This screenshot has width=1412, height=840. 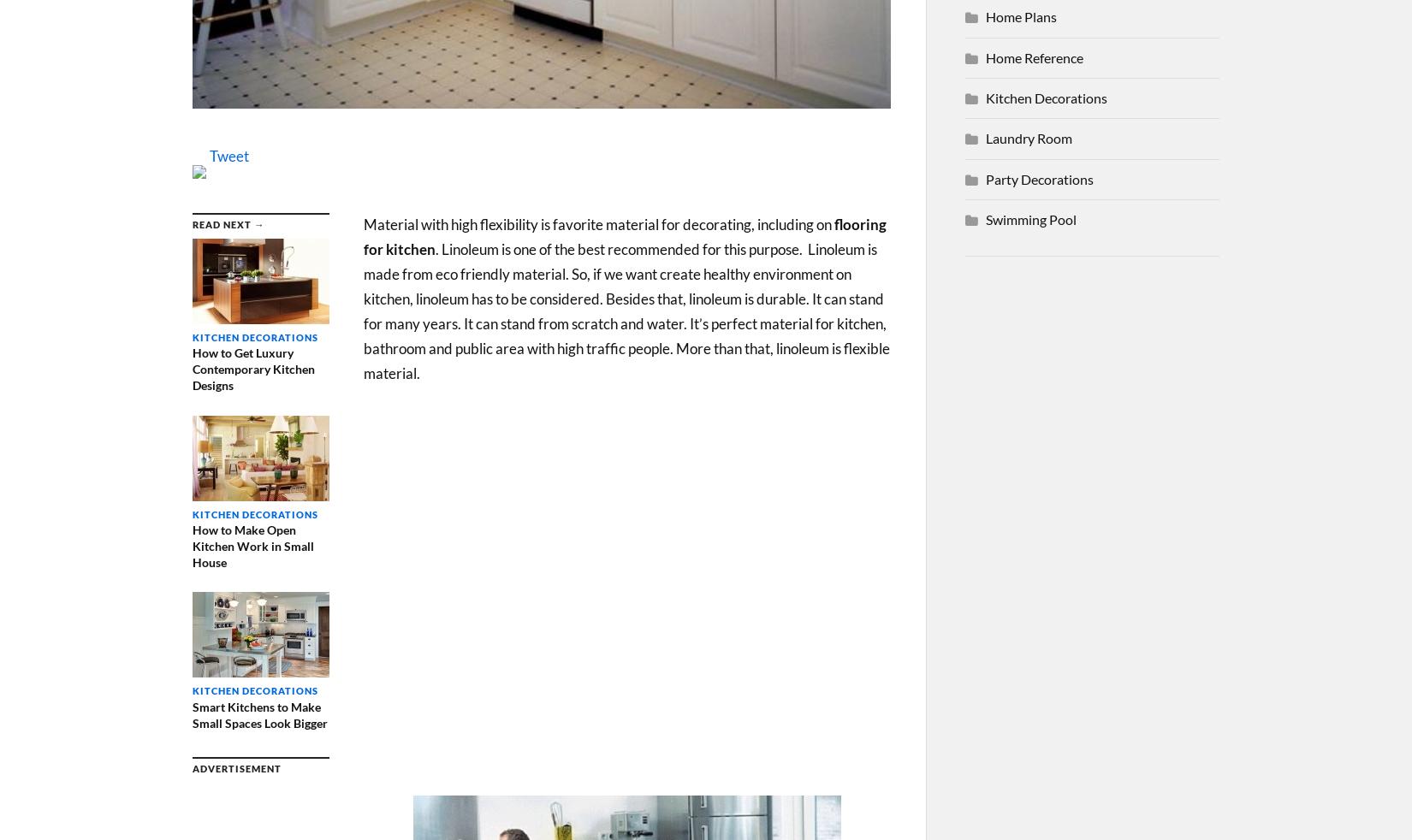 I want to click on 'flooring for kitchen', so click(x=363, y=237).